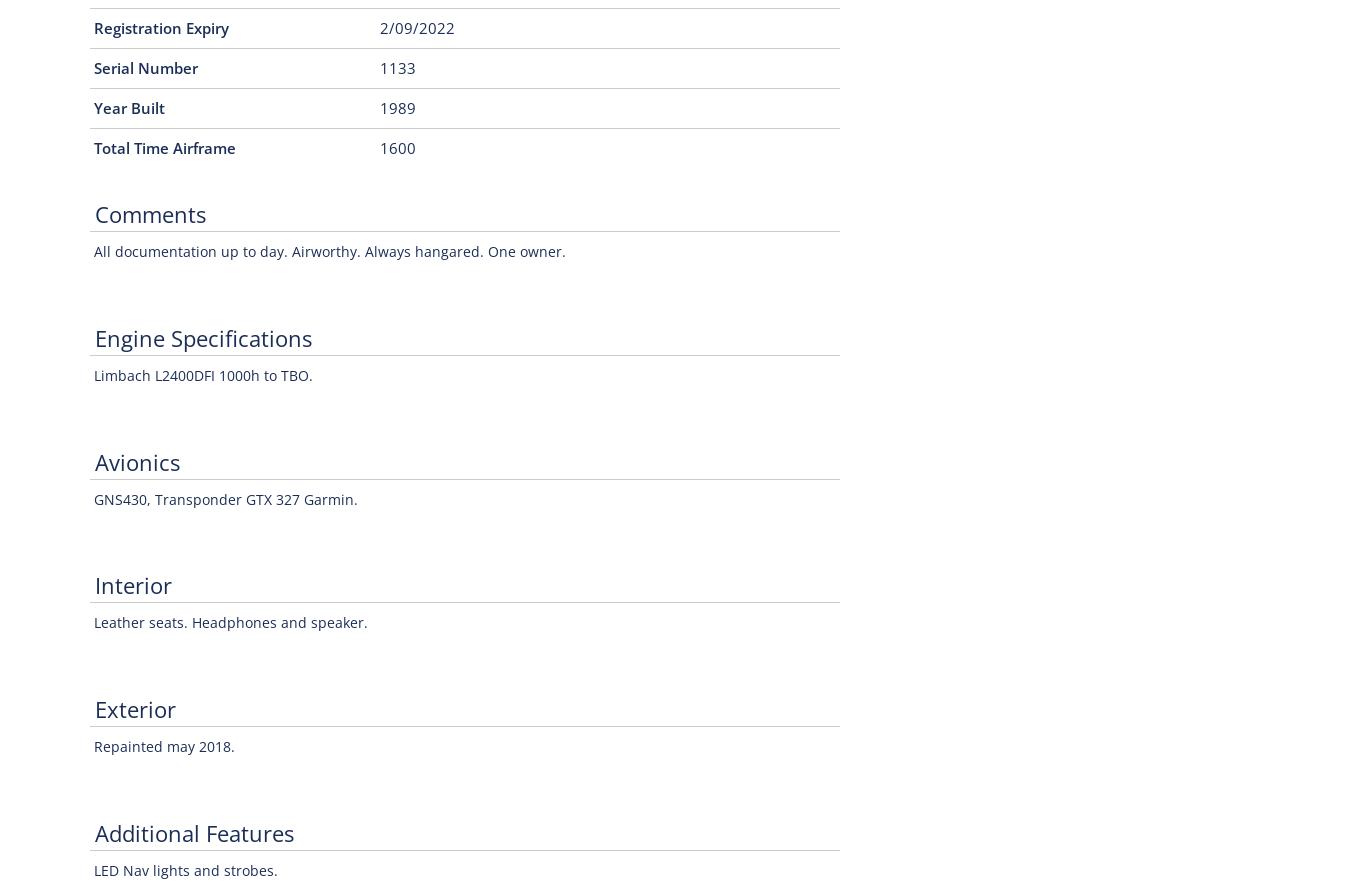 The height and width of the screenshot is (895, 1350). I want to click on 'All documentation up to day. Airworthy. Always hangared. One owner.', so click(92, 251).